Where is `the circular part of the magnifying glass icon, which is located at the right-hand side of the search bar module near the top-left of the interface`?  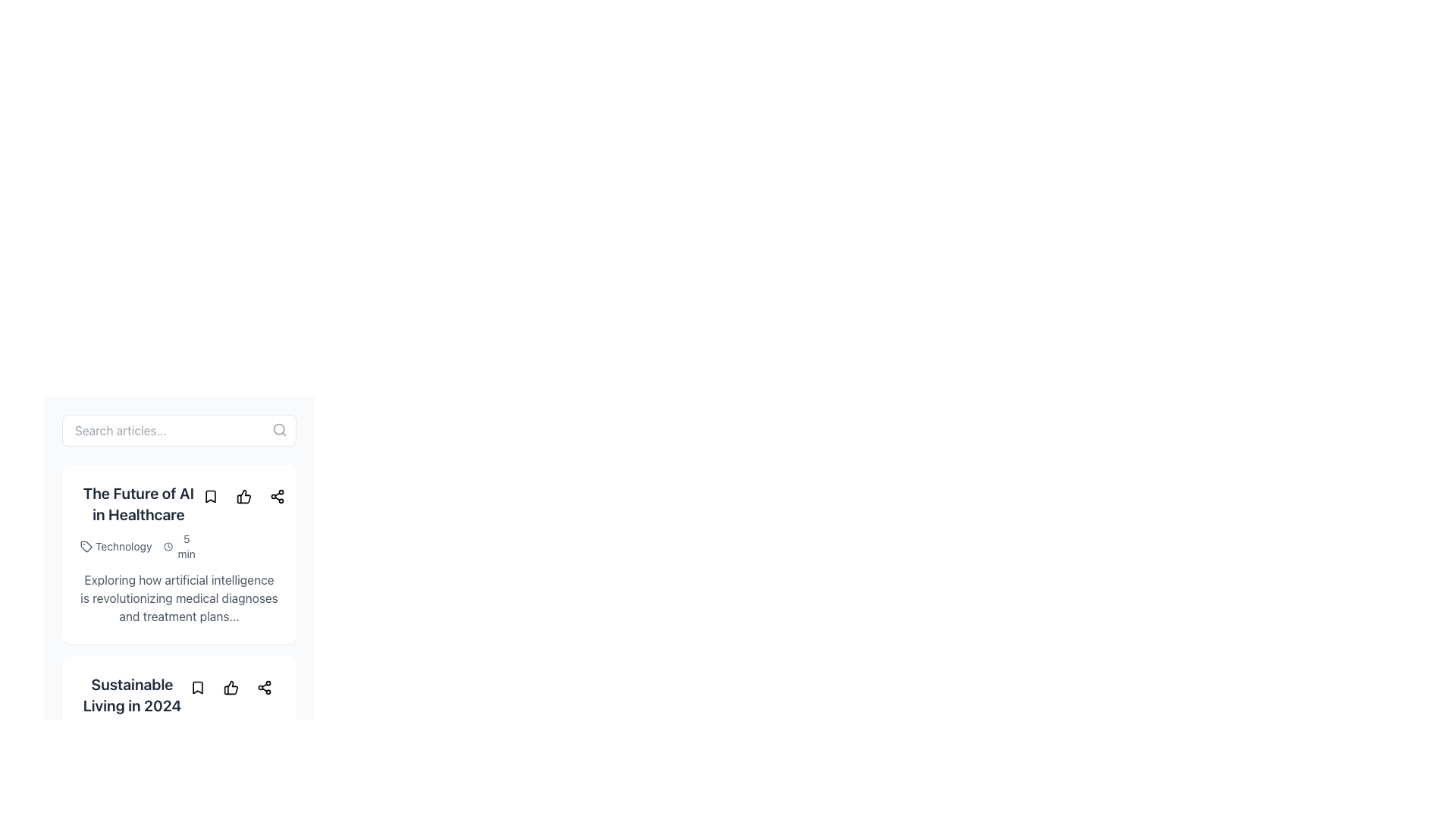 the circular part of the magnifying glass icon, which is located at the right-hand side of the search bar module near the top-left of the interface is located at coordinates (279, 429).